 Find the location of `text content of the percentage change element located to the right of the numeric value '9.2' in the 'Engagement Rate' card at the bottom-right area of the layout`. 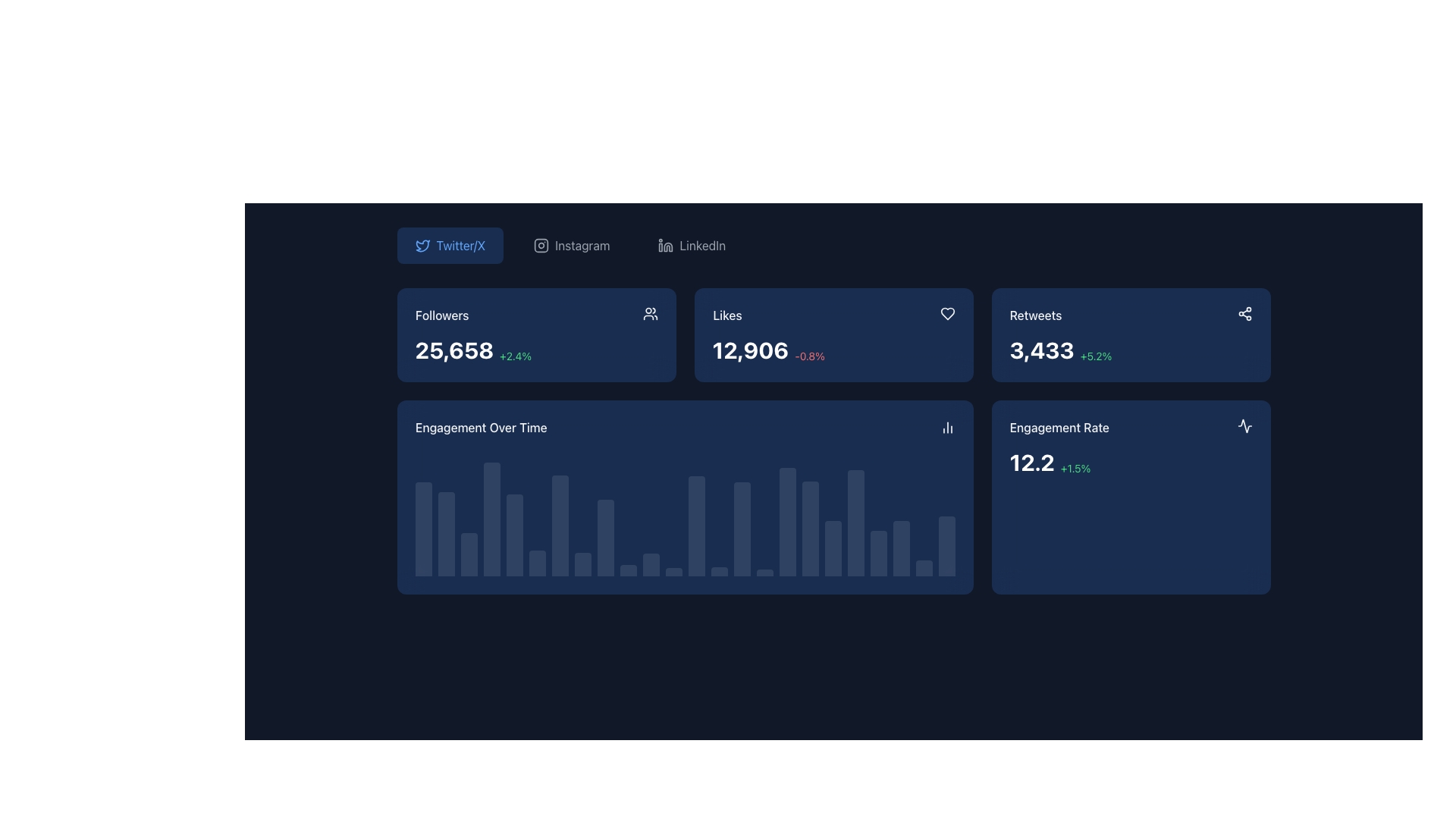

text content of the percentage change element located to the right of the numeric value '9.2' in the 'Engagement Rate' card at the bottom-right area of the layout is located at coordinates (1064, 467).